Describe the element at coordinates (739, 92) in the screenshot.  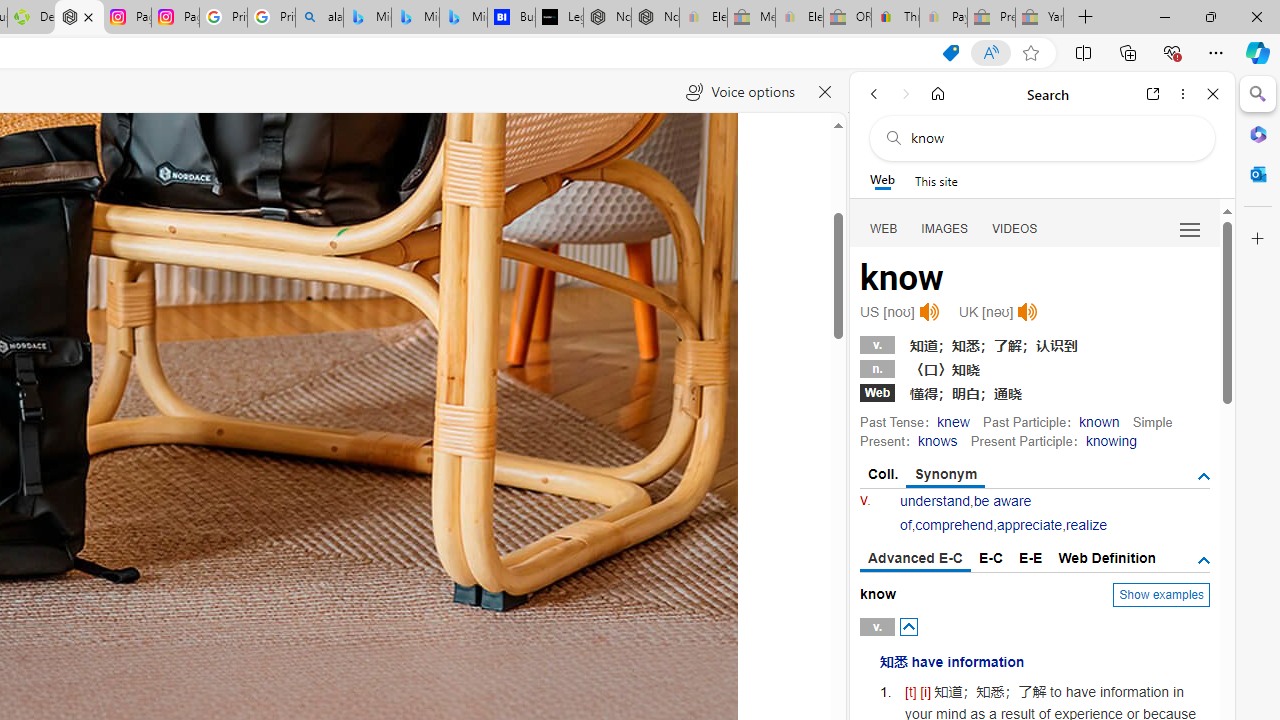
I see `'Voice options'` at that location.